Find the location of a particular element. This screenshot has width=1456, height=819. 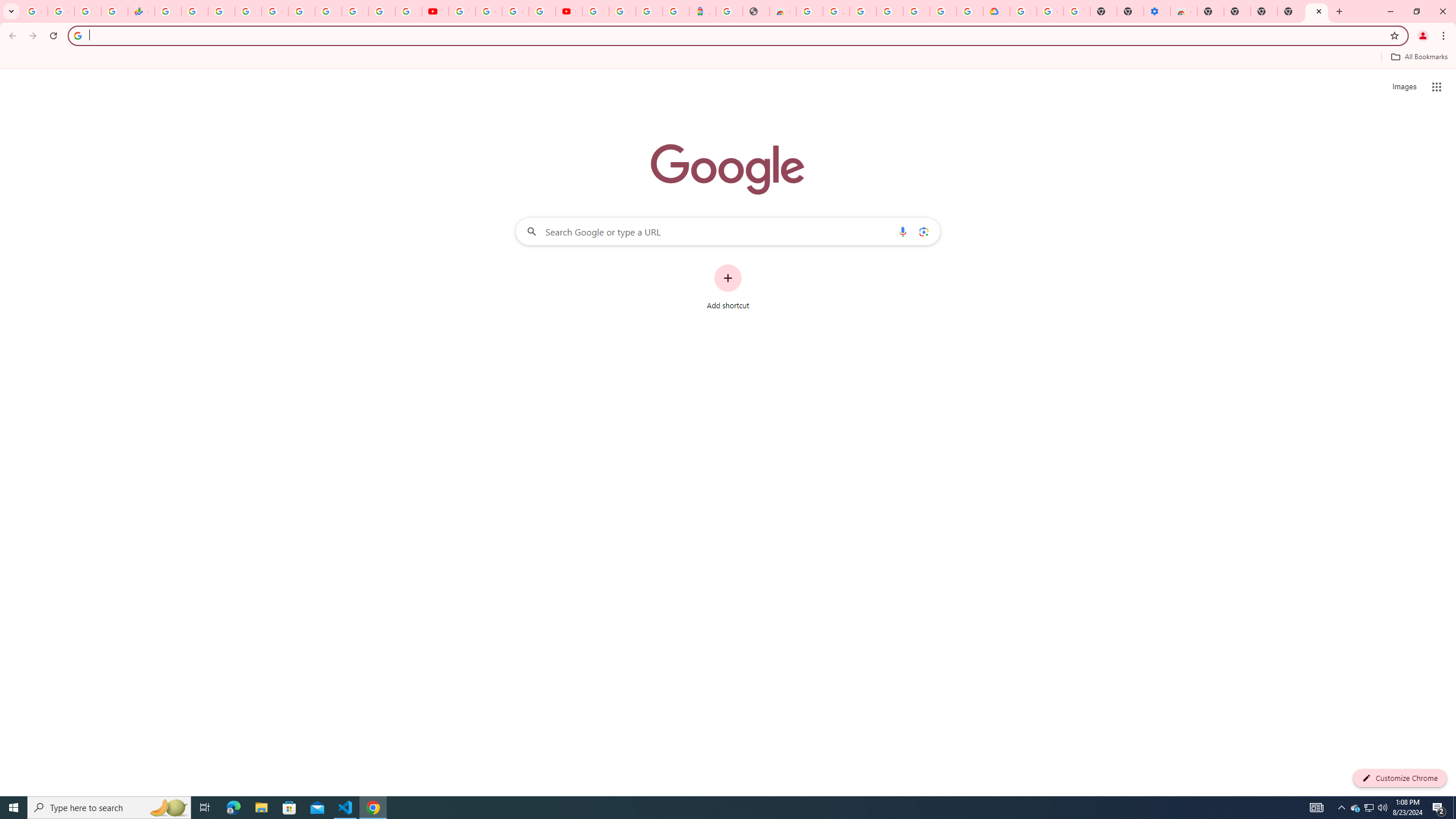

'Atour Hotel - Google hotels' is located at coordinates (702, 11).